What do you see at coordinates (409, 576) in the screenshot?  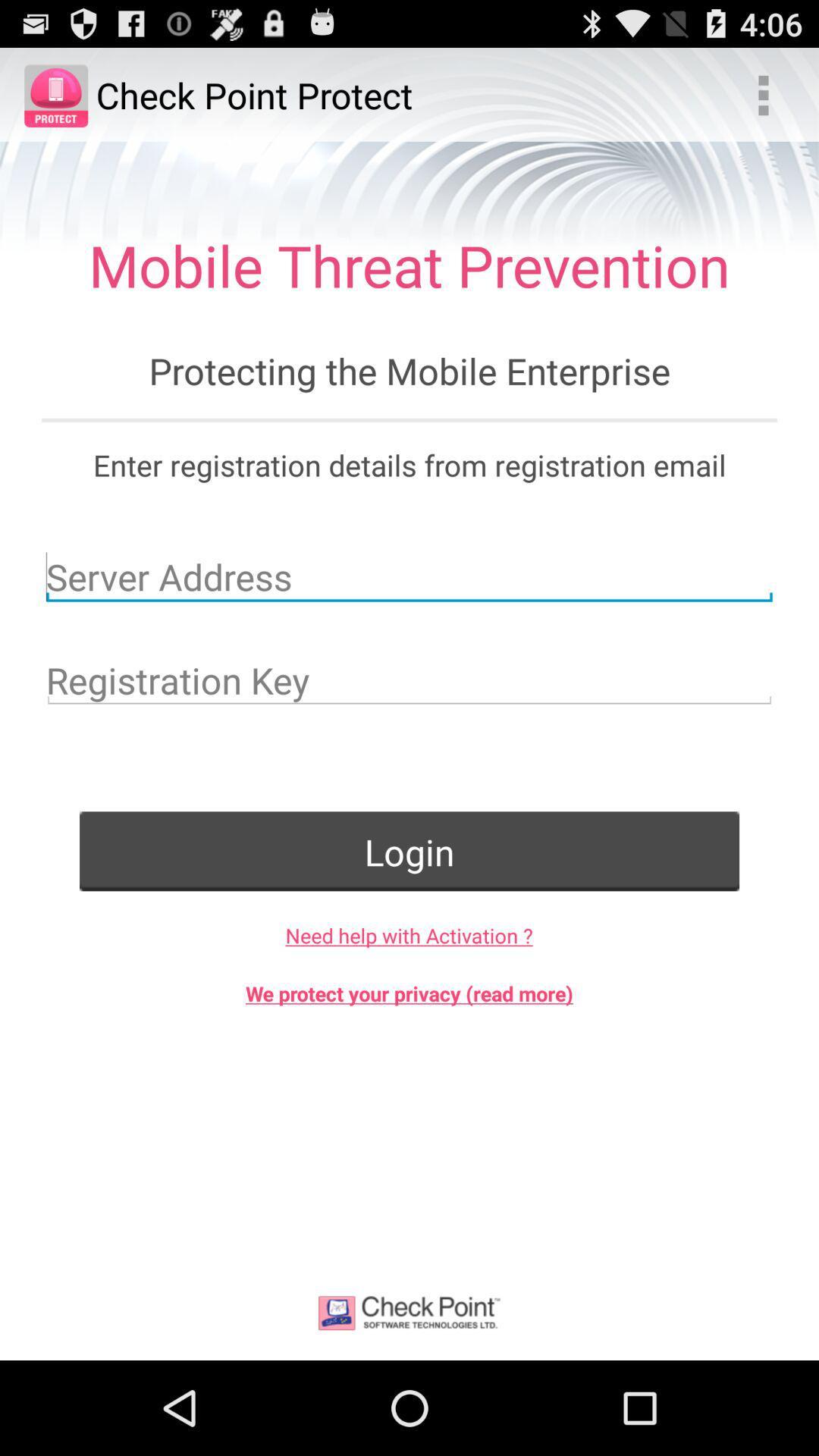 I see `the address for the server` at bounding box center [409, 576].